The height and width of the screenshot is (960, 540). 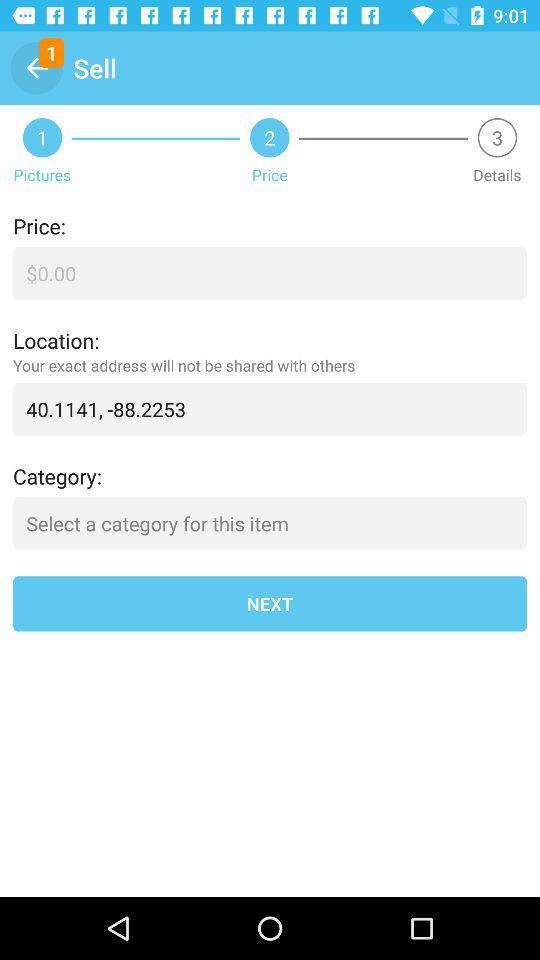 I want to click on item below category: item, so click(x=270, y=522).